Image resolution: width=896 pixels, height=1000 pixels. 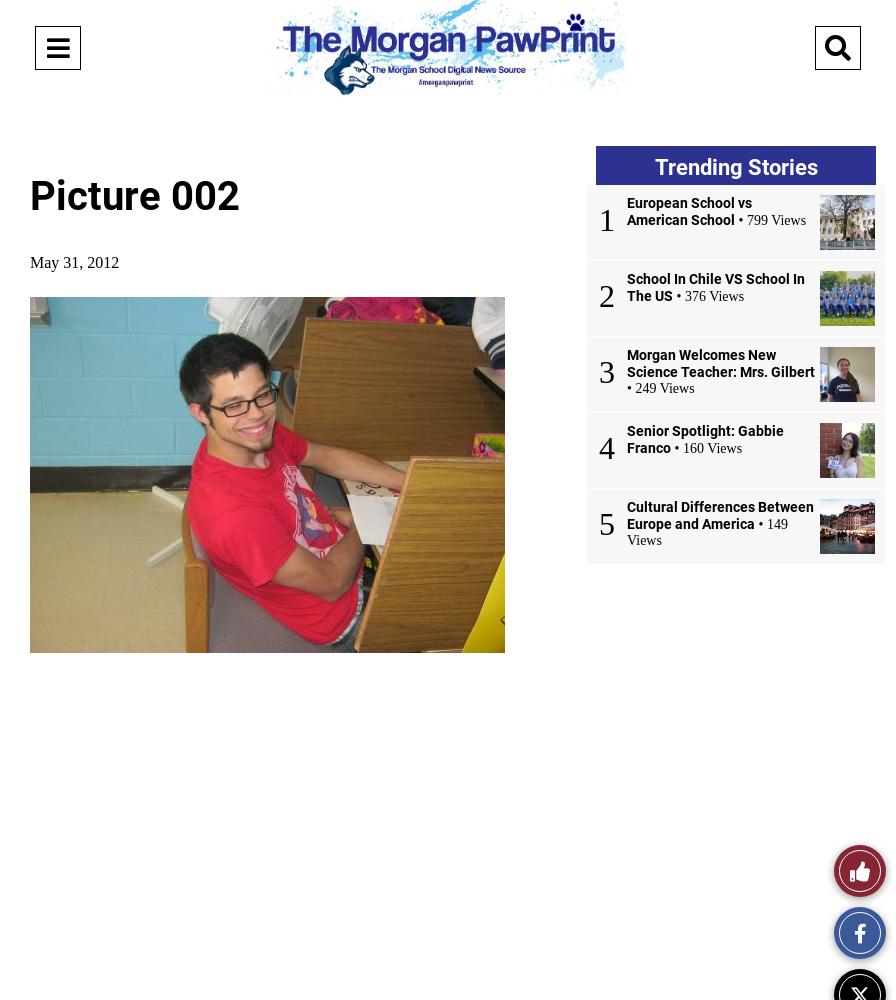 What do you see at coordinates (707, 532) in the screenshot?
I see `'•  149 Views'` at bounding box center [707, 532].